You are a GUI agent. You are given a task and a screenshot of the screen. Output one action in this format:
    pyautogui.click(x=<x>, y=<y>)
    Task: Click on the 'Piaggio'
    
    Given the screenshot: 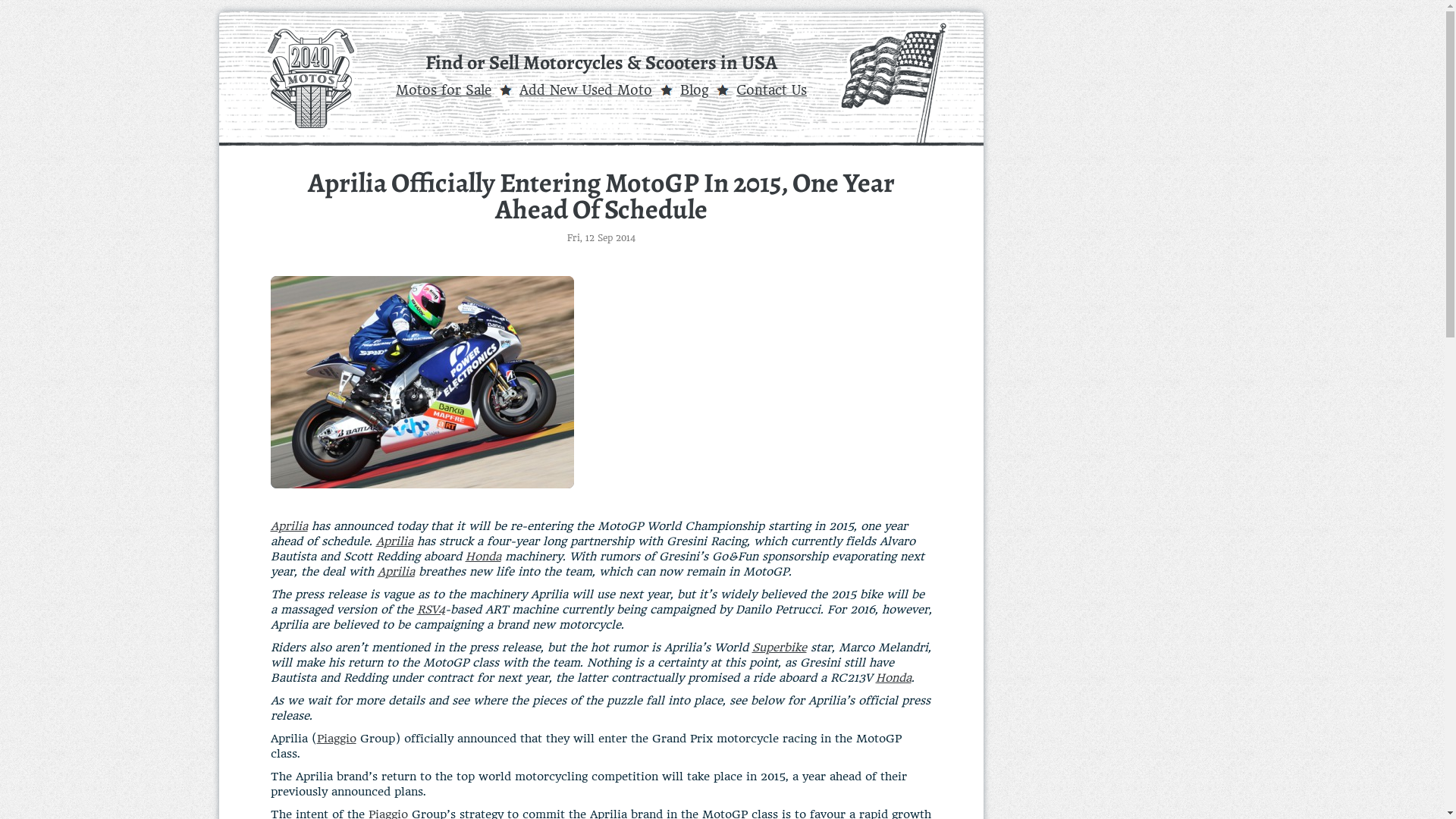 What is the action you would take?
    pyautogui.click(x=336, y=738)
    